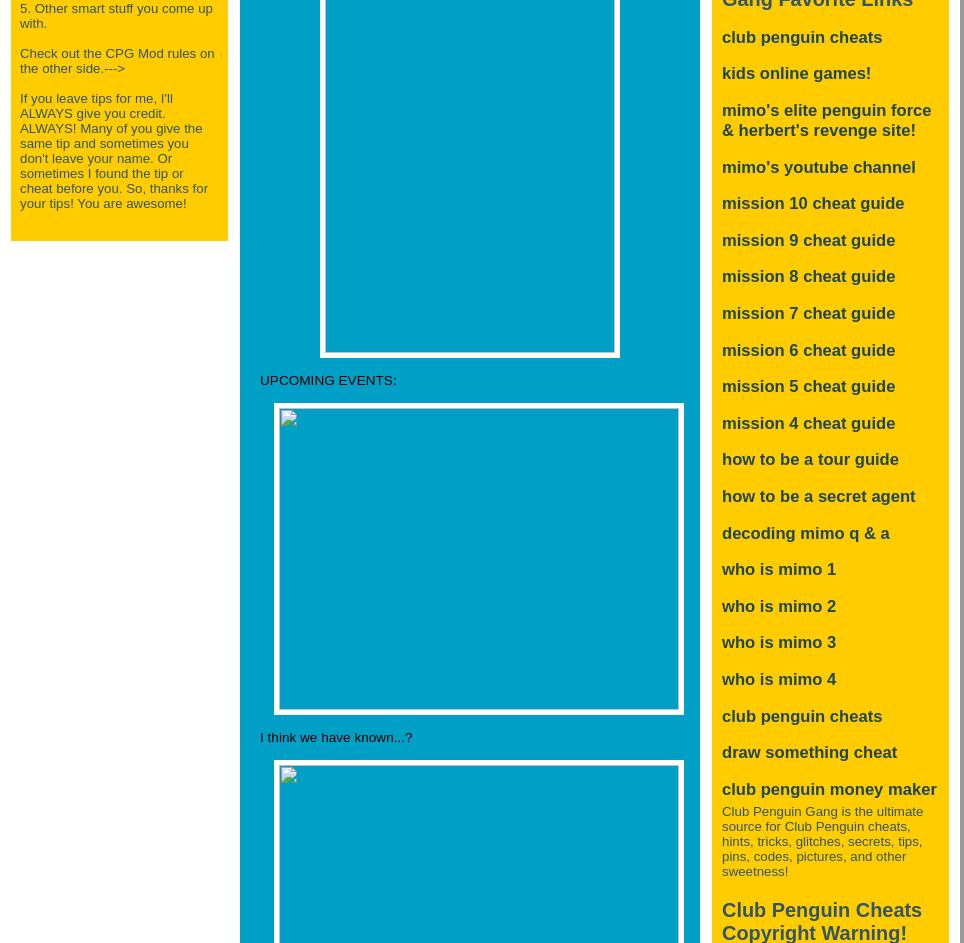  I want to click on 'Q & A', so click(869, 532).